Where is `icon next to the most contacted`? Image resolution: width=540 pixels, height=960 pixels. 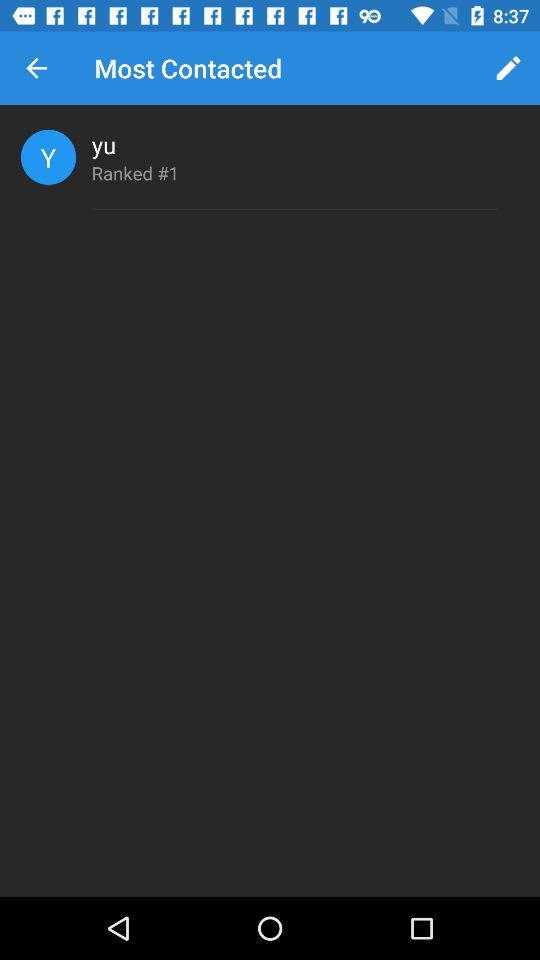
icon next to the most contacted is located at coordinates (36, 68).